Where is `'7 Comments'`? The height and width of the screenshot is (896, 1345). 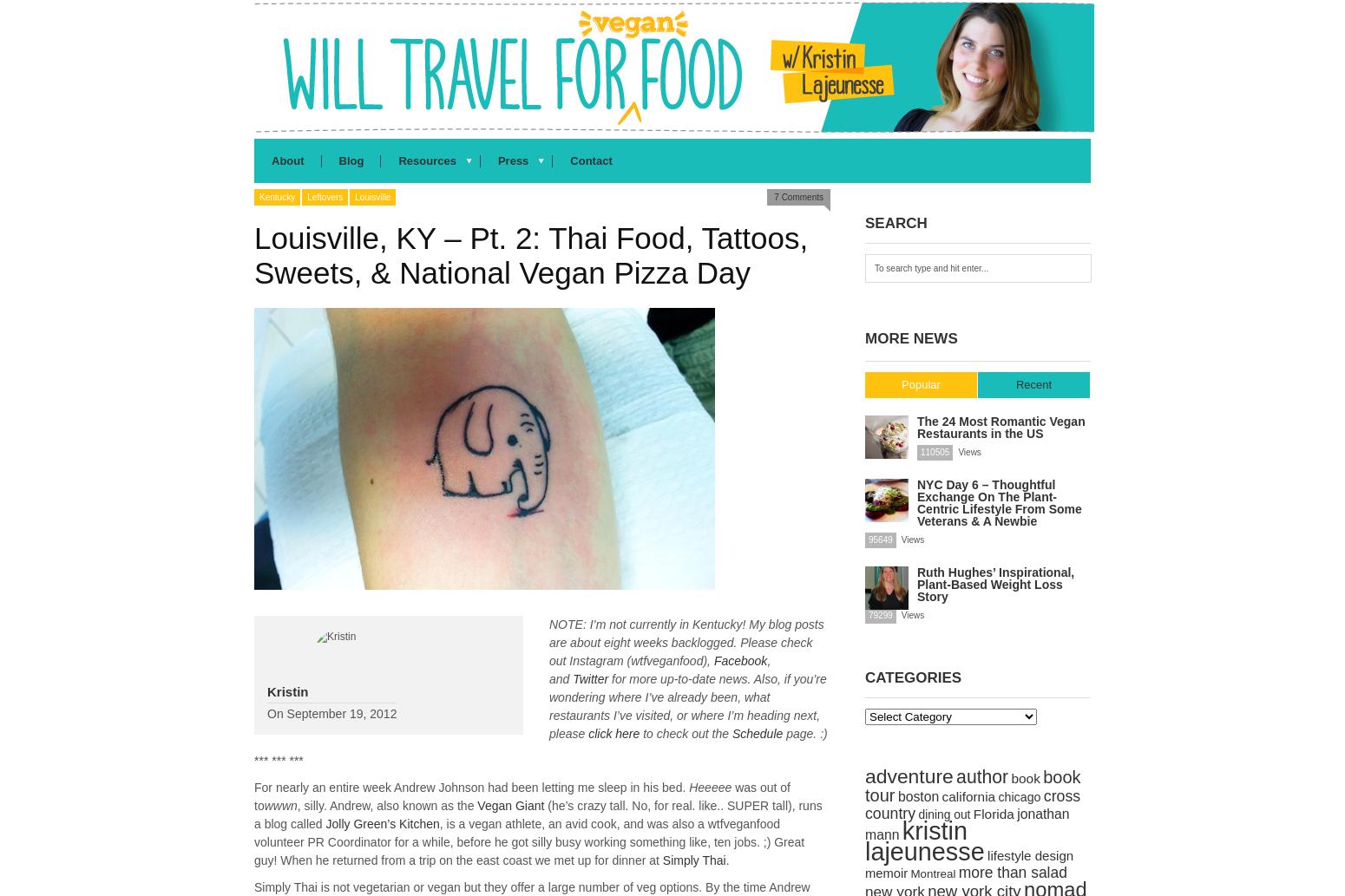
'7 Comments' is located at coordinates (798, 196).